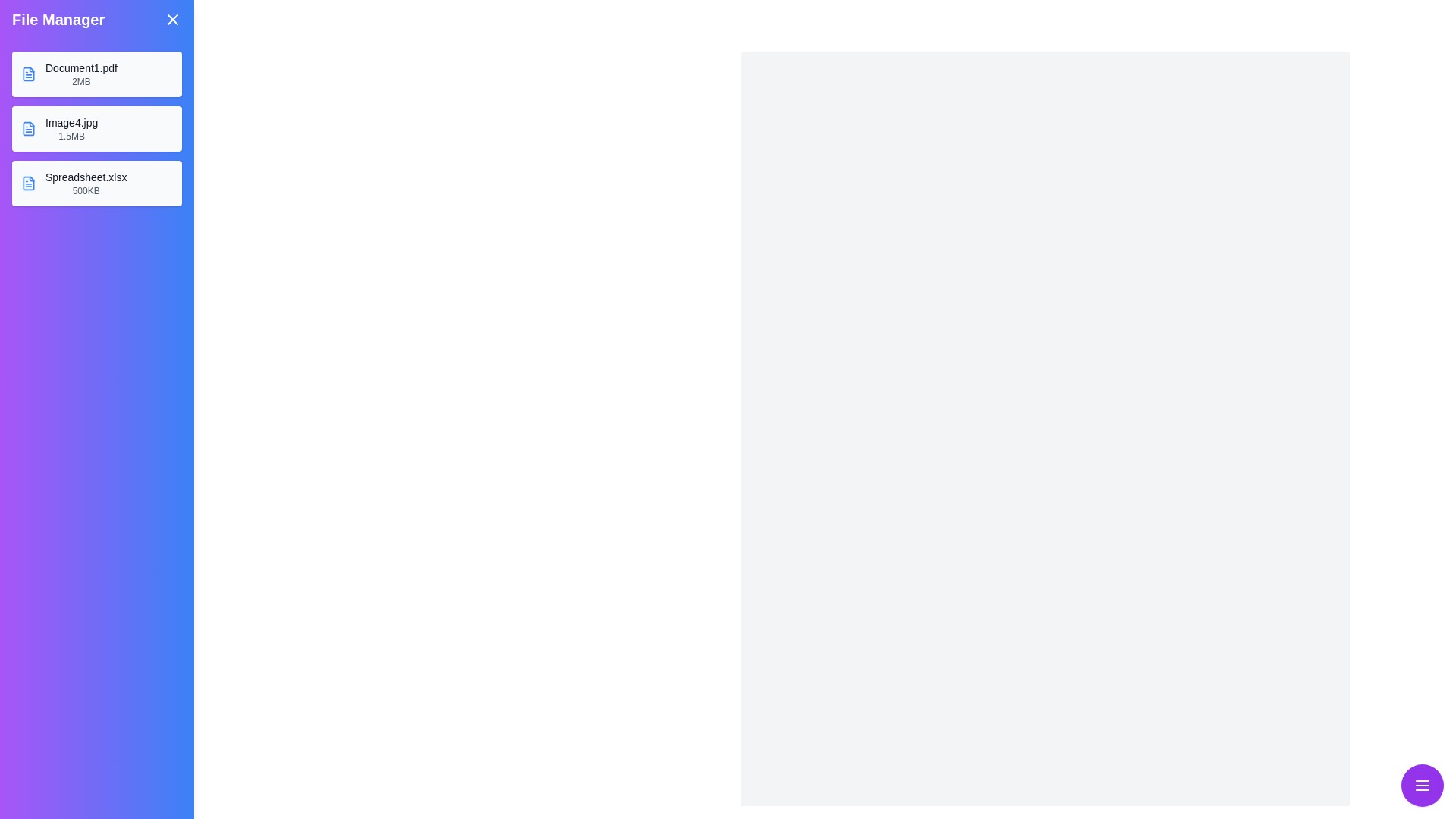 This screenshot has width=1456, height=819. I want to click on the SVG graphic icon representing the file entry titled 'Image4.jpg 1.5MB', which is positioned to the left of the text content, so click(29, 127).